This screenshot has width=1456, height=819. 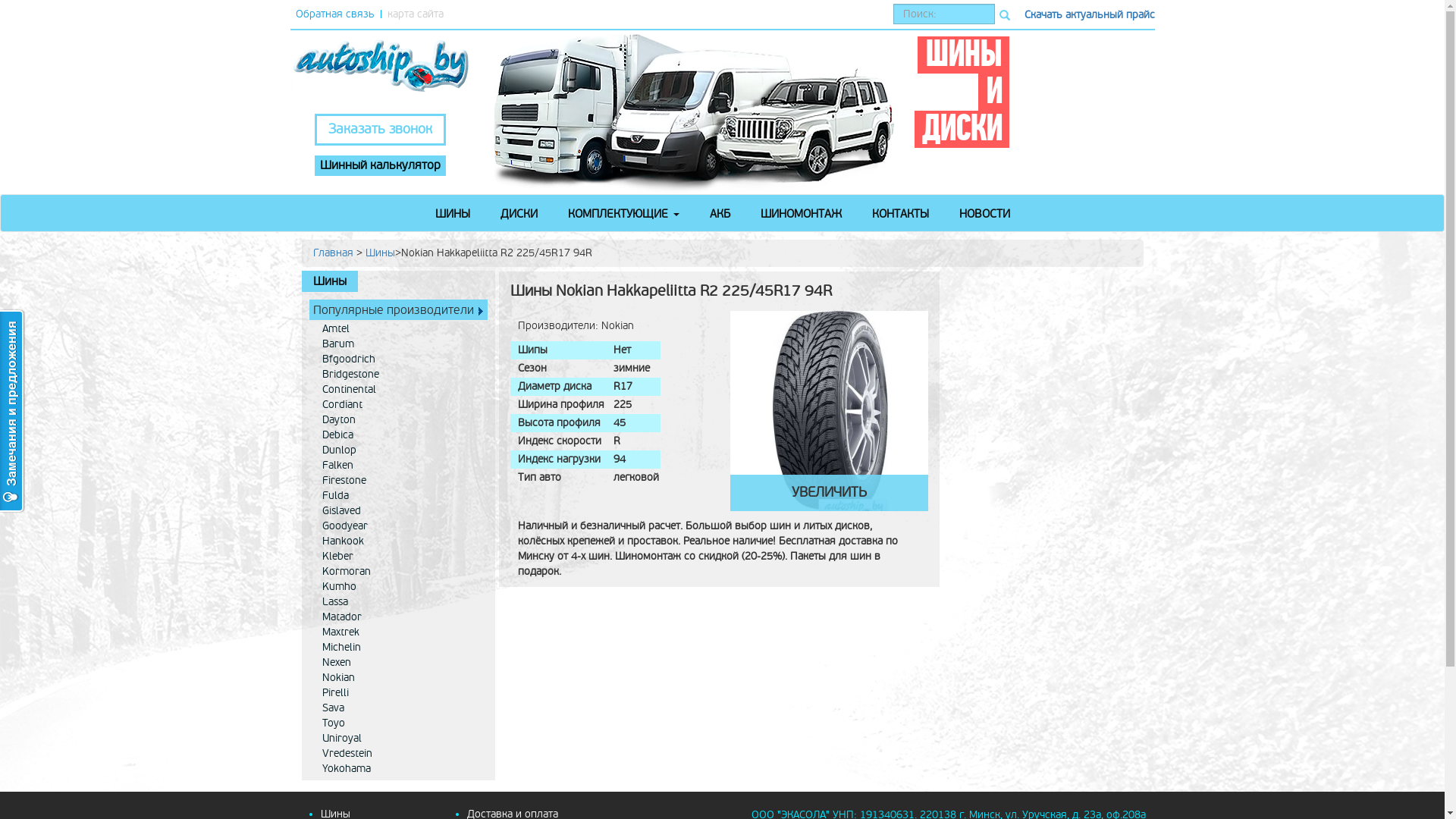 I want to click on 'Barum', so click(x=400, y=344).